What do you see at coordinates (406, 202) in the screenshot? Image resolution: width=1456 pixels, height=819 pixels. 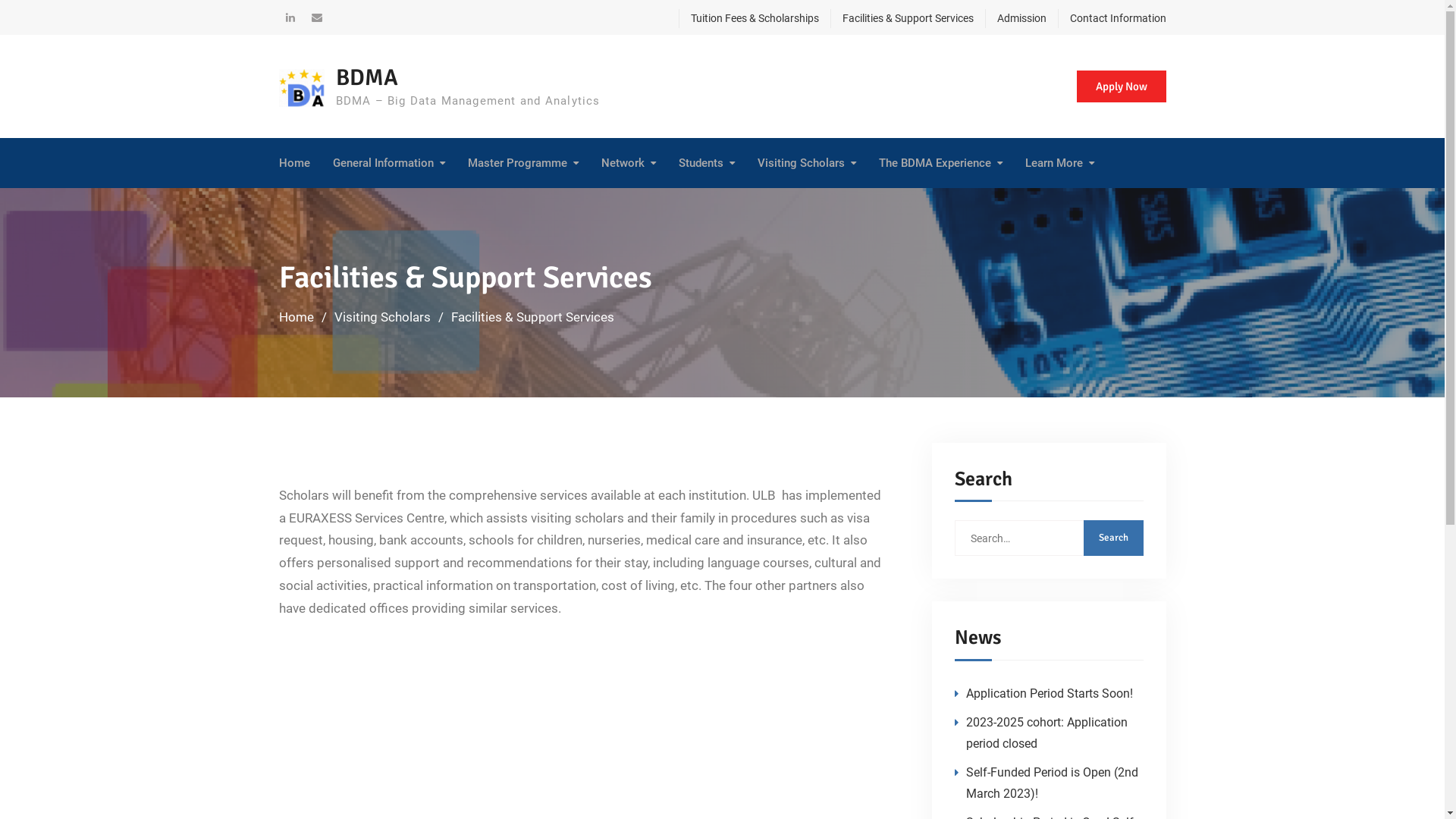 I see `'What Is Erasmus+?'` at bounding box center [406, 202].